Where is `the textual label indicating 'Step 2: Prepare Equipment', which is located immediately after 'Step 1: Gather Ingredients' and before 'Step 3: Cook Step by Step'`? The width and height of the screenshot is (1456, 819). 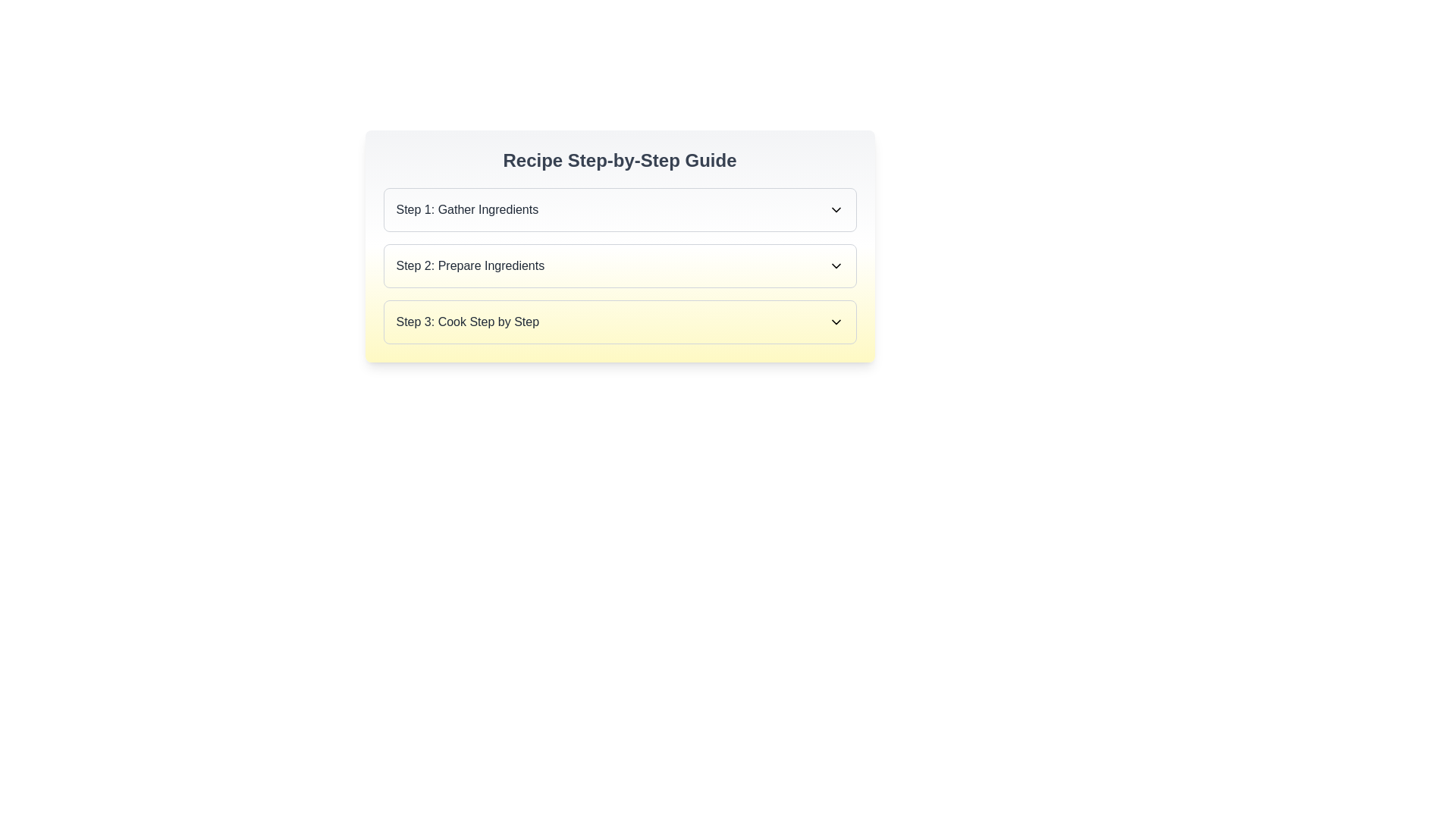 the textual label indicating 'Step 2: Prepare Equipment', which is located immediately after 'Step 1: Gather Ingredients' and before 'Step 3: Cook Step by Step' is located at coordinates (469, 265).